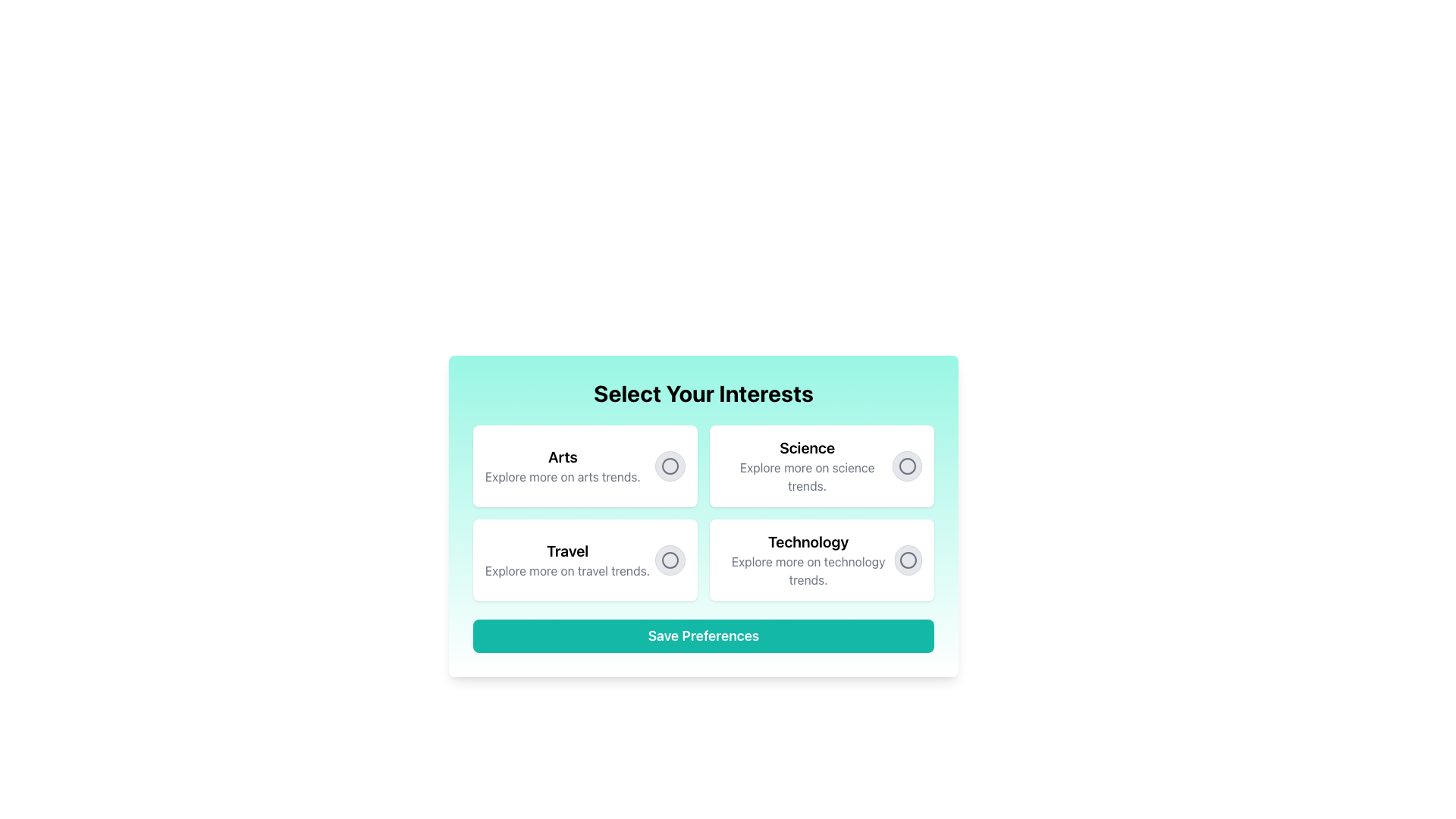  I want to click on the 'Technology' option in the interest selection grid located in the bottom-right quadrant, so click(808, 560).